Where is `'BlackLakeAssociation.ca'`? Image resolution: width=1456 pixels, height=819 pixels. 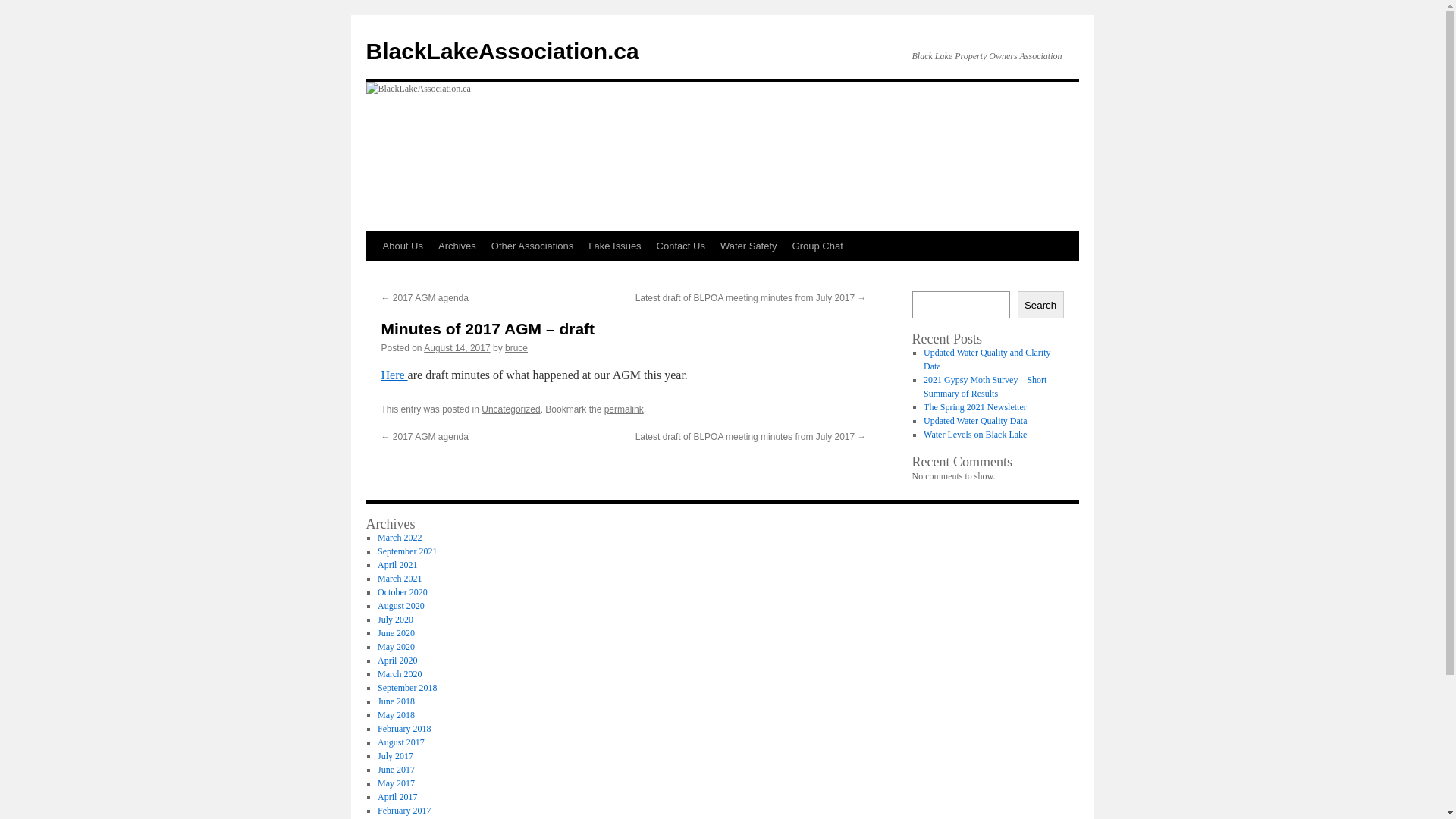
'BlackLakeAssociation.ca' is located at coordinates (502, 50).